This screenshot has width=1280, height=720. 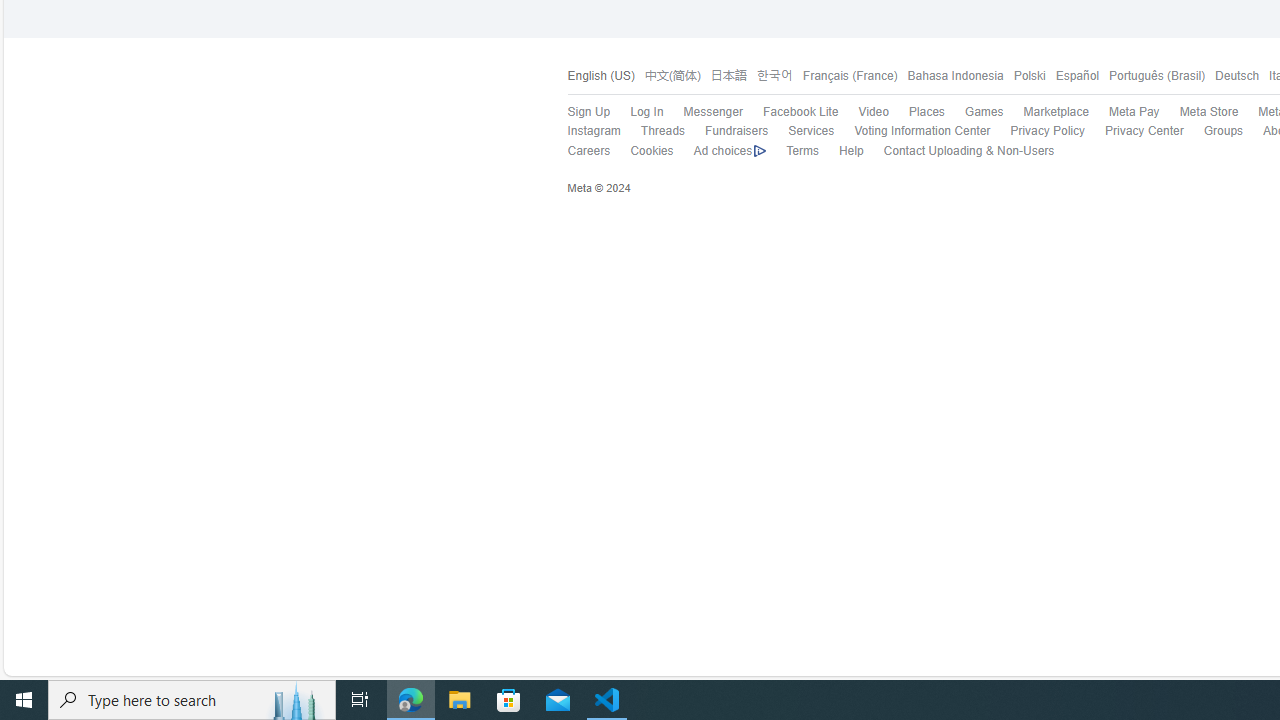 I want to click on 'Ad choices', so click(x=728, y=150).